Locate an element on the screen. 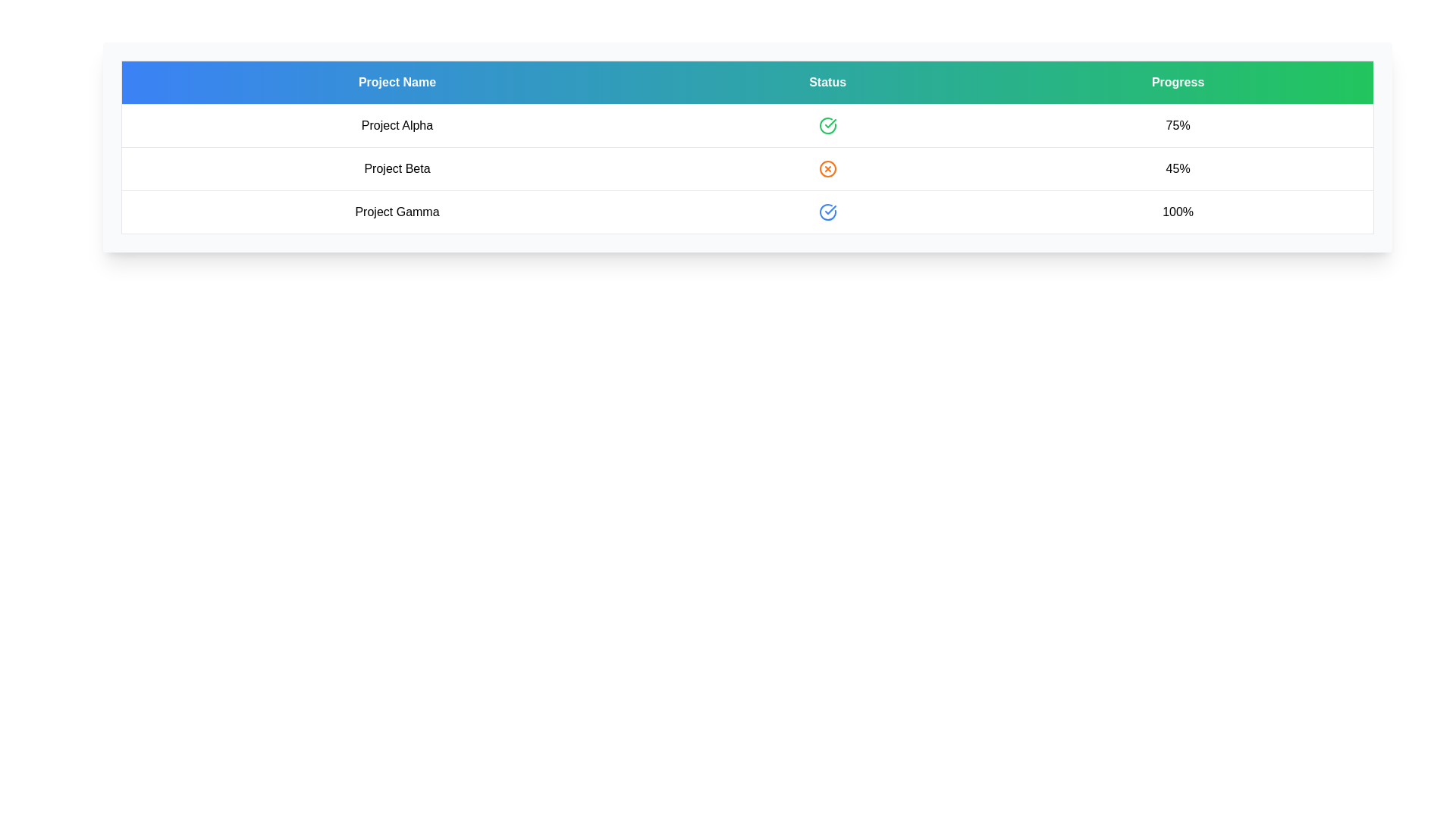  the status icon for the project Project Beta is located at coordinates (827, 169).